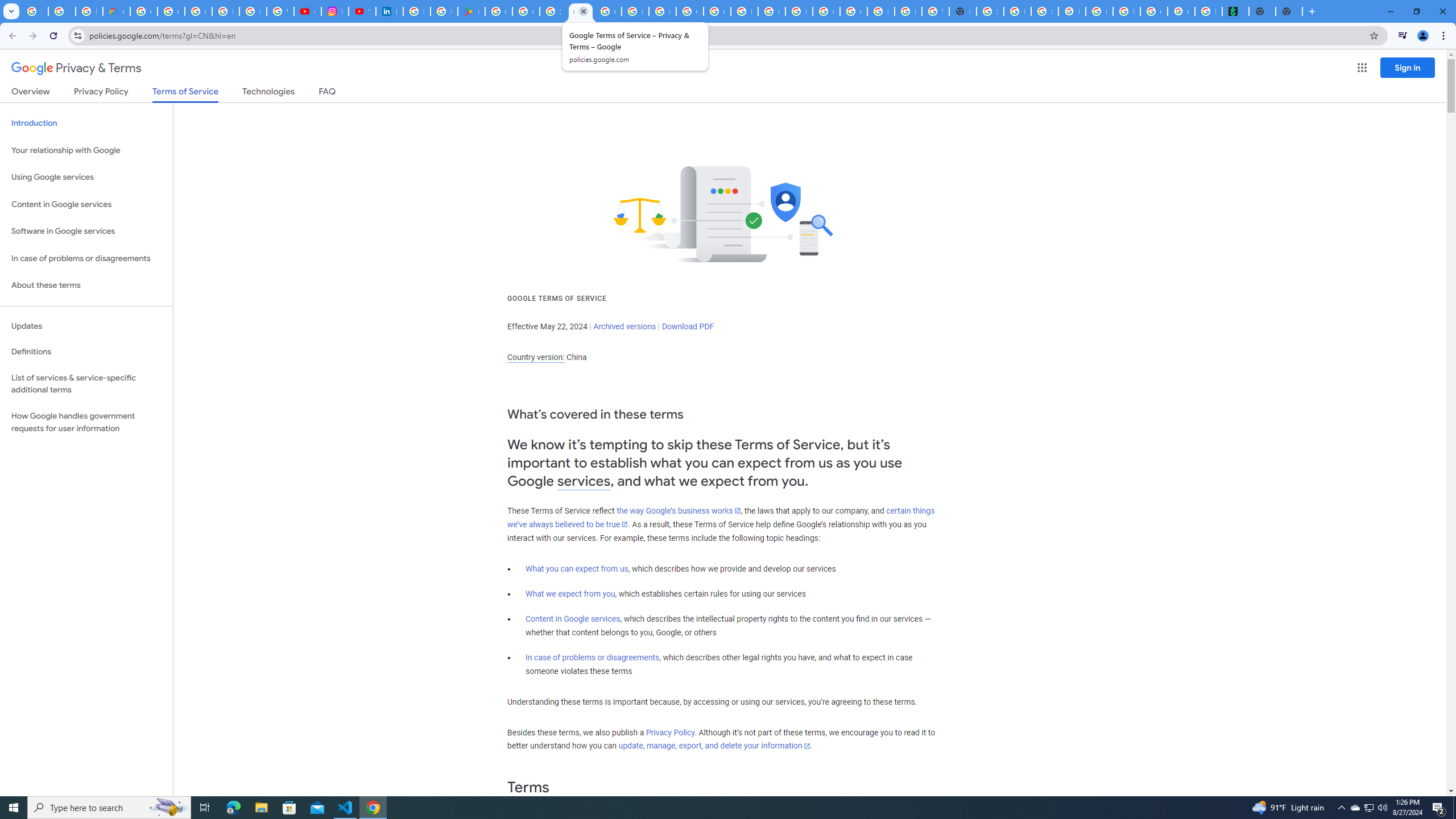  What do you see at coordinates (86, 176) in the screenshot?
I see `'Using Google services'` at bounding box center [86, 176].